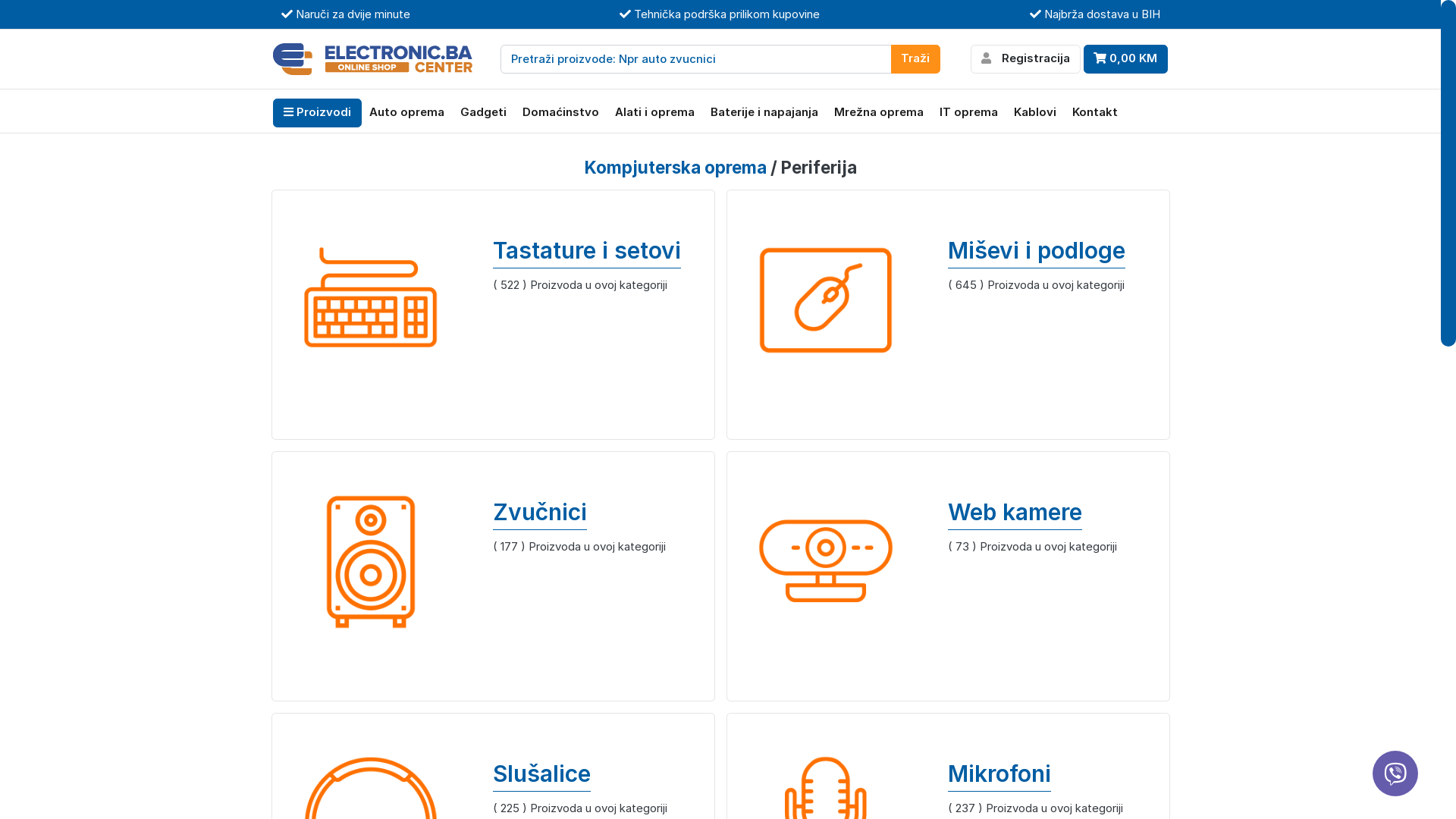 The image size is (1456, 819). I want to click on 'Kontakt', so click(1063, 112).